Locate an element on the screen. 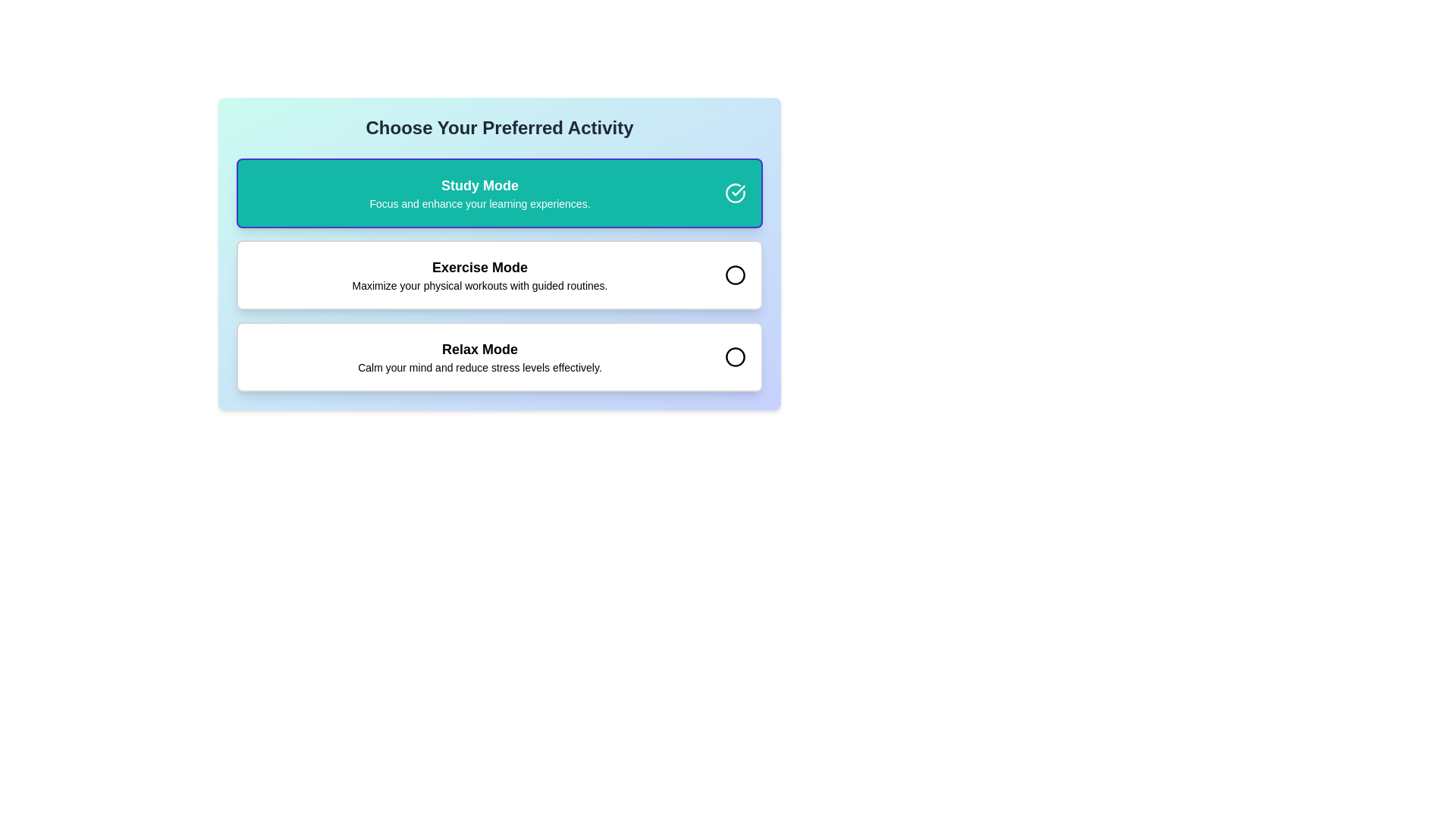 The width and height of the screenshot is (1456, 819). the circular graphic or icon with a black outline located to the right of the text 'Exercise Mode' in the middle option of a vertically stacked selection interface is located at coordinates (735, 275).